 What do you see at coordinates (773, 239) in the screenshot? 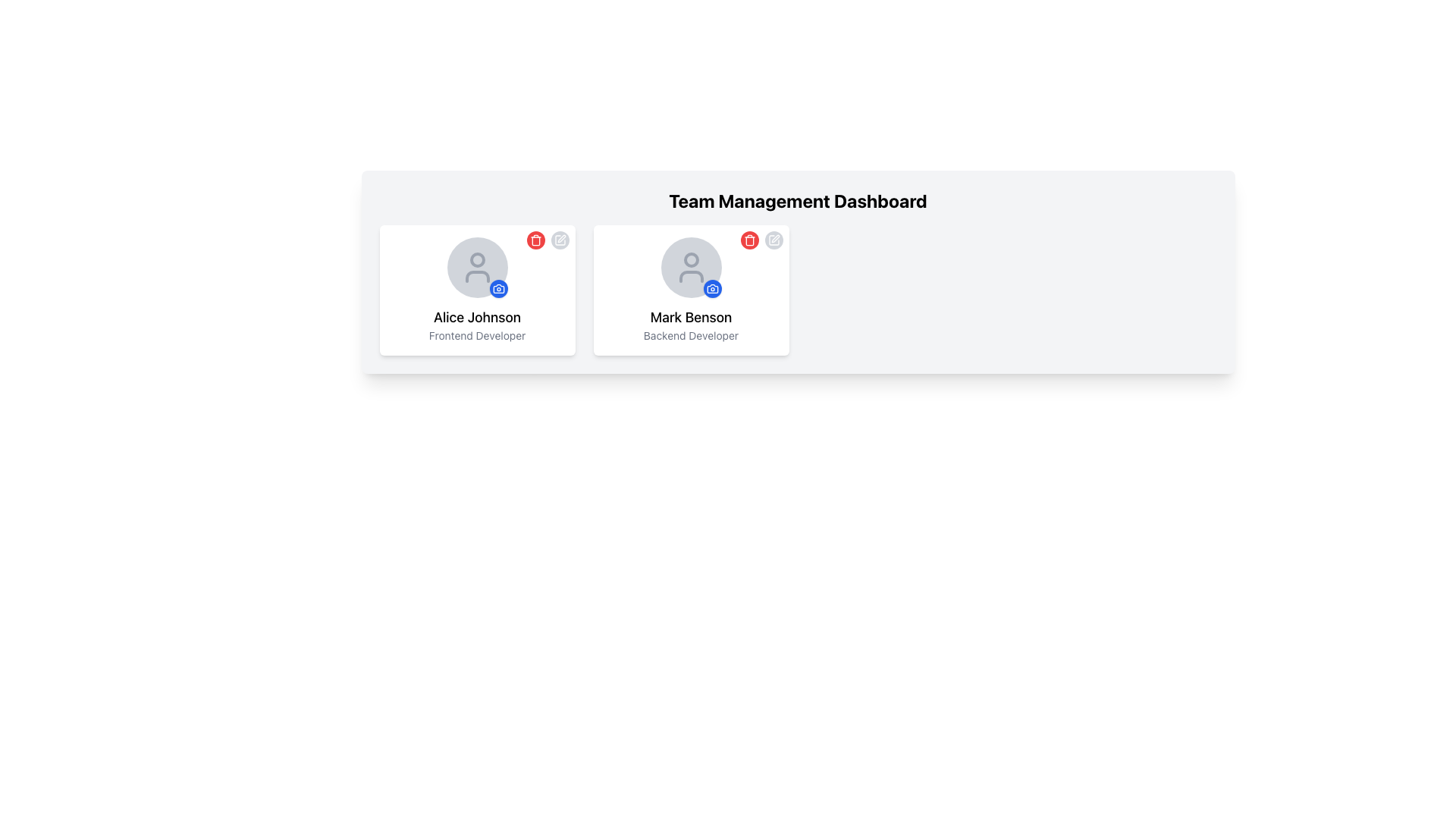
I see `the edit icon located in the upper-right corner of Mark Benson's user card` at bounding box center [773, 239].